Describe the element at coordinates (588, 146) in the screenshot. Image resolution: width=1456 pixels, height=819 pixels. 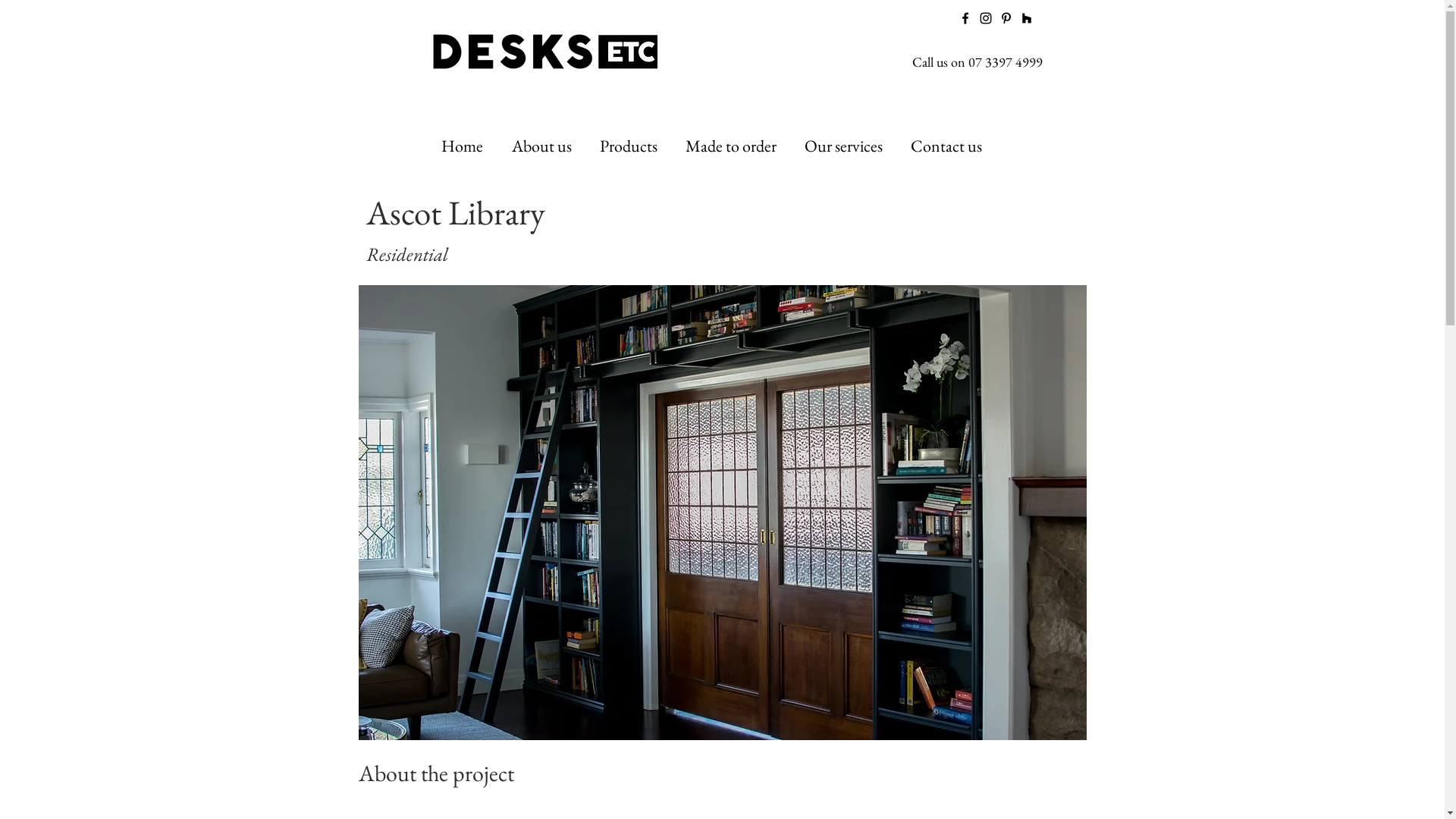
I see `'Products'` at that location.